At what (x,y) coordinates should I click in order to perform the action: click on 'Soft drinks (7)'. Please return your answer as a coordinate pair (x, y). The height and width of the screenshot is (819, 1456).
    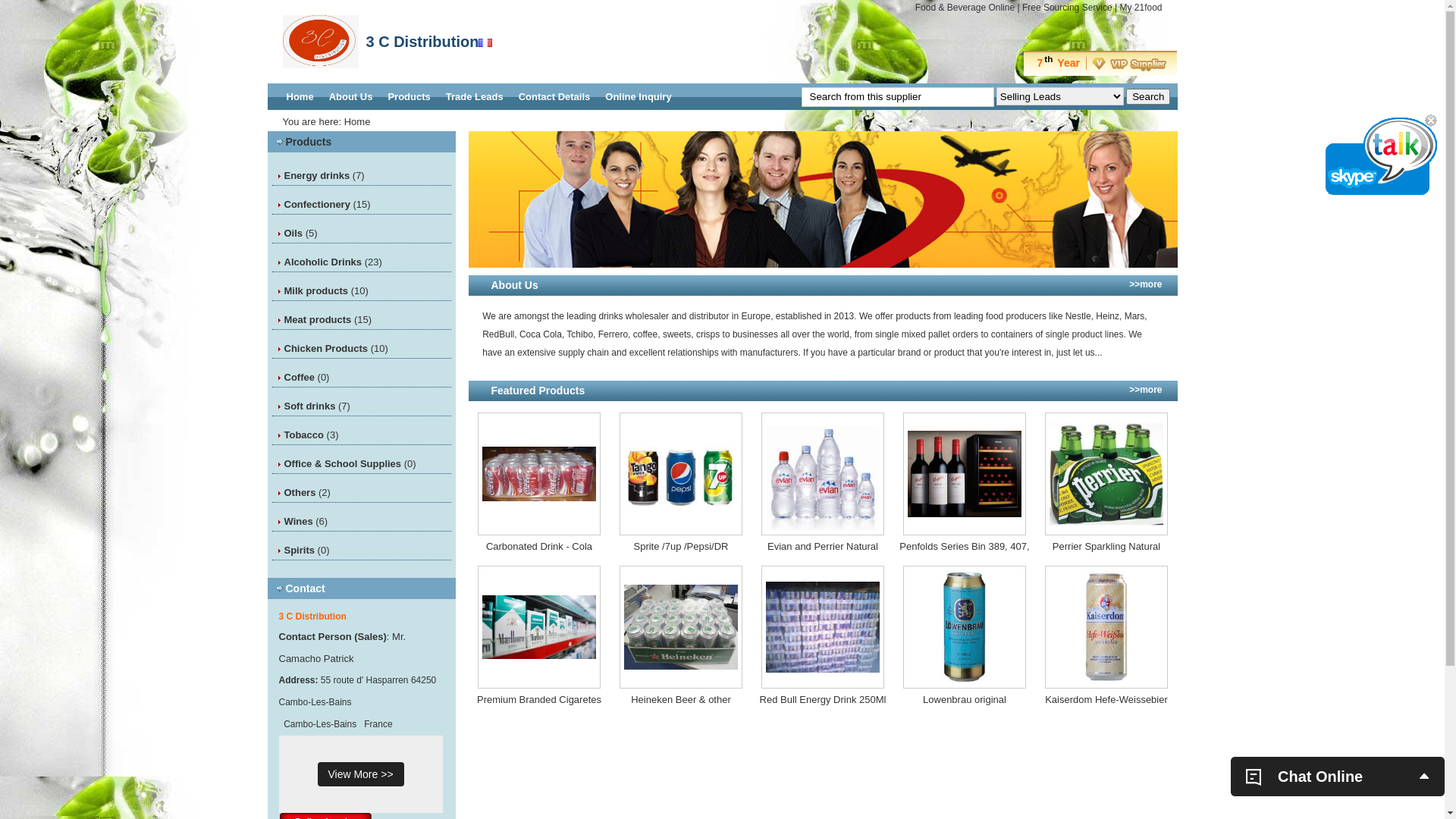
    Looking at the image, I should click on (315, 405).